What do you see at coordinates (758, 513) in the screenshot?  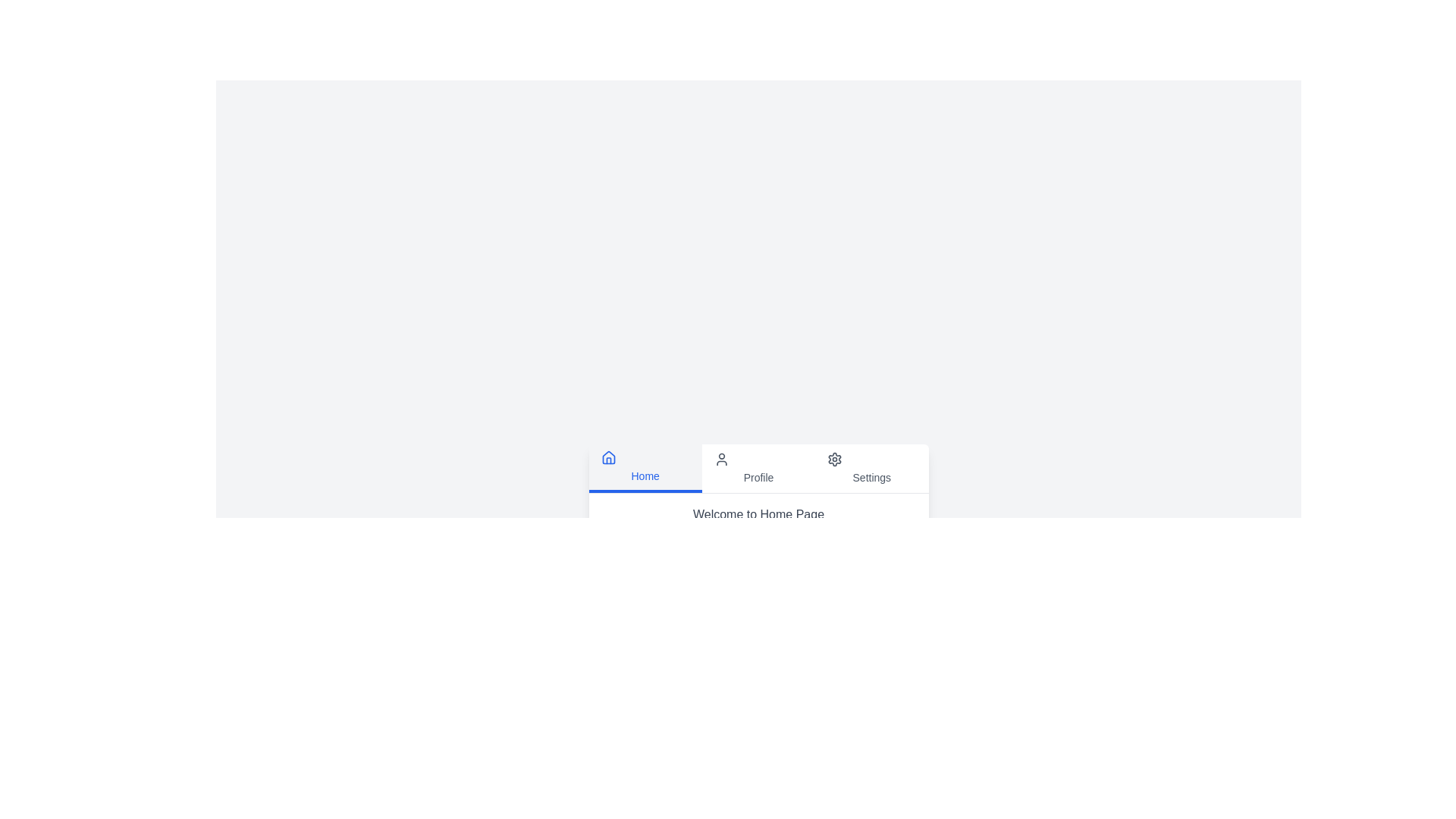 I see `the content displayed for the currently selected tab` at bounding box center [758, 513].